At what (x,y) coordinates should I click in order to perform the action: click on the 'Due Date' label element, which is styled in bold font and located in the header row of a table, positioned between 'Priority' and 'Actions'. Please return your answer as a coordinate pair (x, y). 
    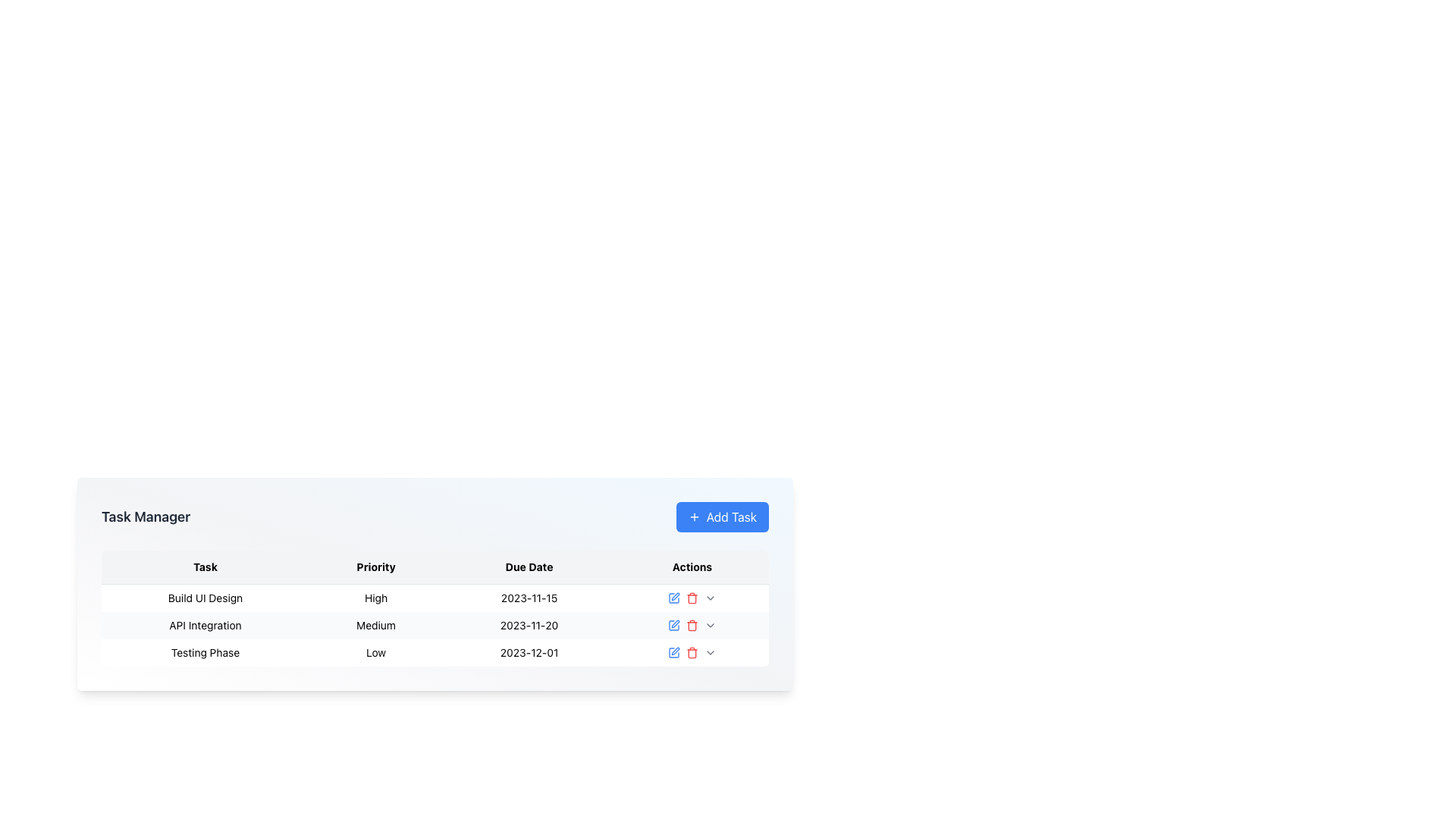
    Looking at the image, I should click on (529, 567).